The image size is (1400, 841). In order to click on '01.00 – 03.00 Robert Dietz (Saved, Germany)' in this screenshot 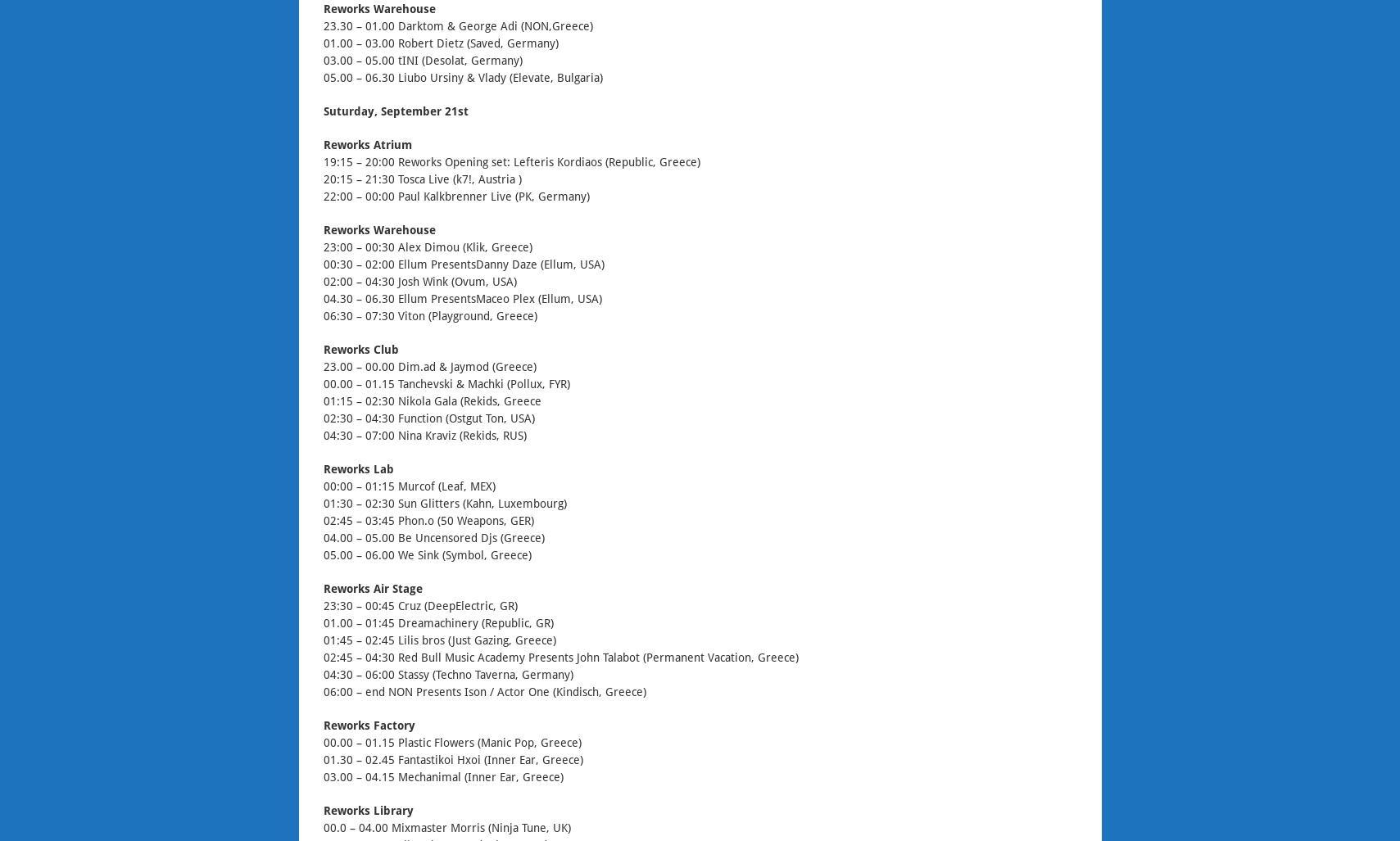, I will do `click(439, 42)`.